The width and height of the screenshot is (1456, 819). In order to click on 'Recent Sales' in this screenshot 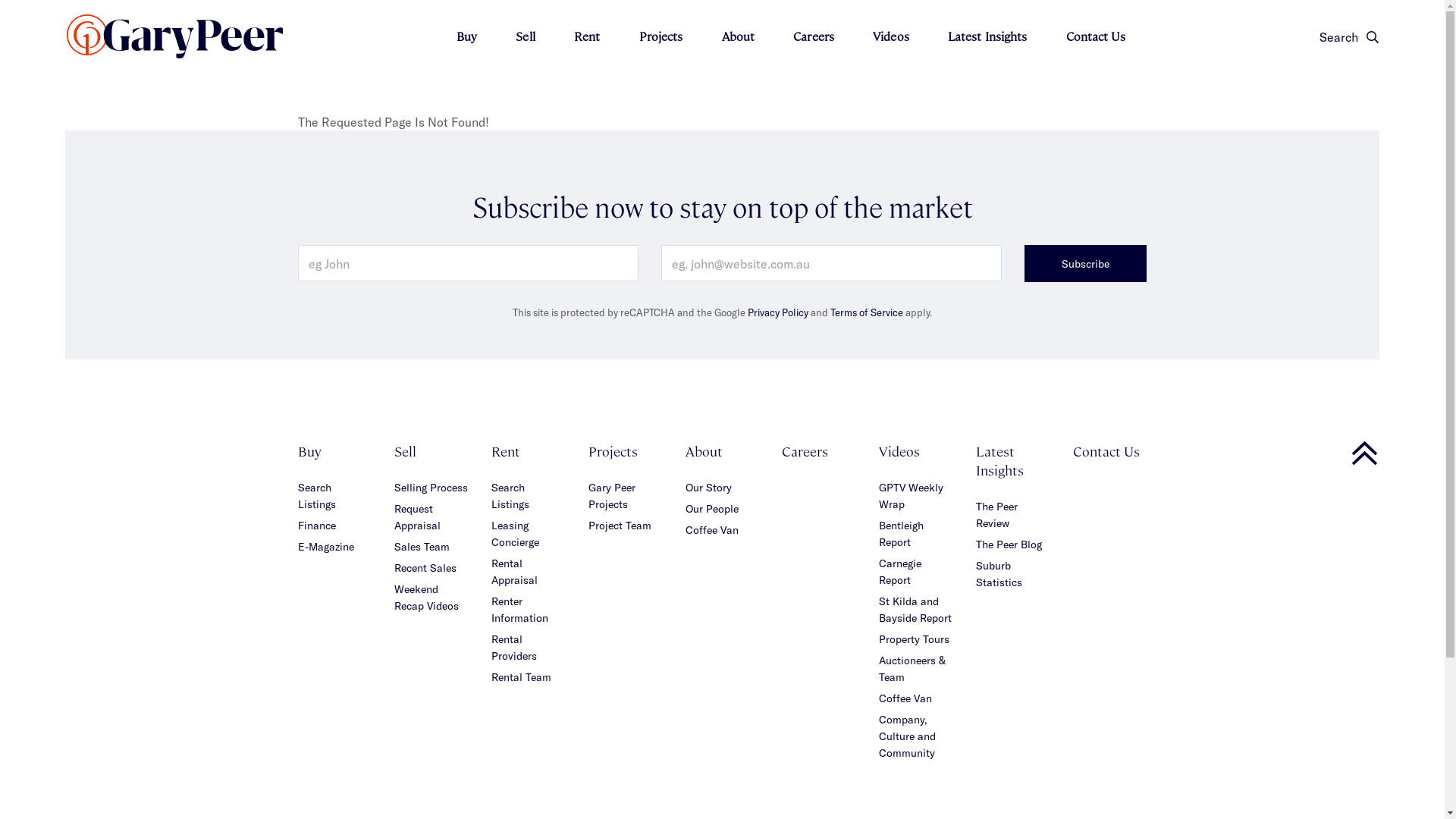, I will do `click(394, 567)`.